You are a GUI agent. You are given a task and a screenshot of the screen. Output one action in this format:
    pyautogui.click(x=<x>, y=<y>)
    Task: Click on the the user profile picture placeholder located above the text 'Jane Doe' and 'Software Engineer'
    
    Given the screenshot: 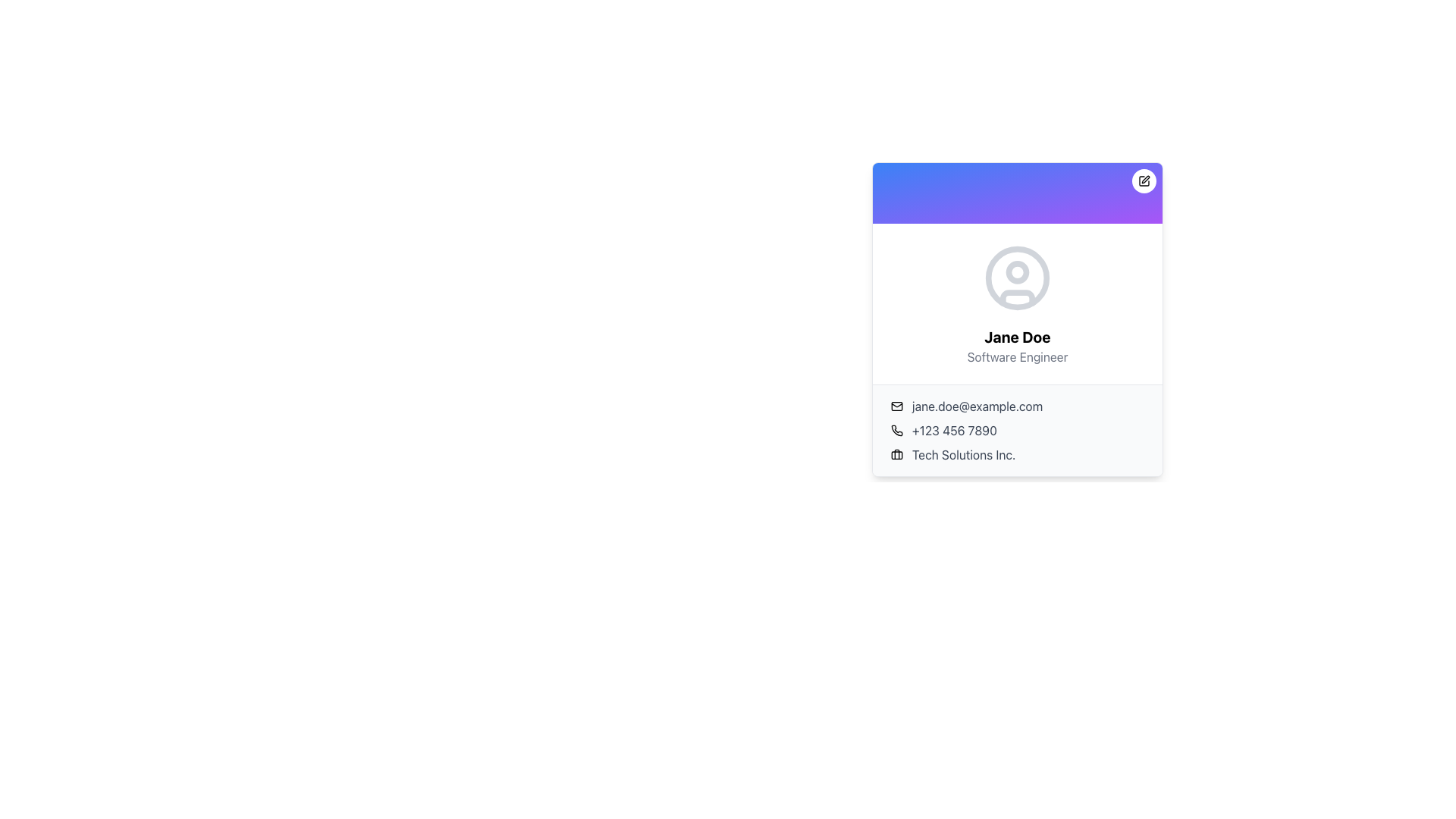 What is the action you would take?
    pyautogui.click(x=1018, y=278)
    